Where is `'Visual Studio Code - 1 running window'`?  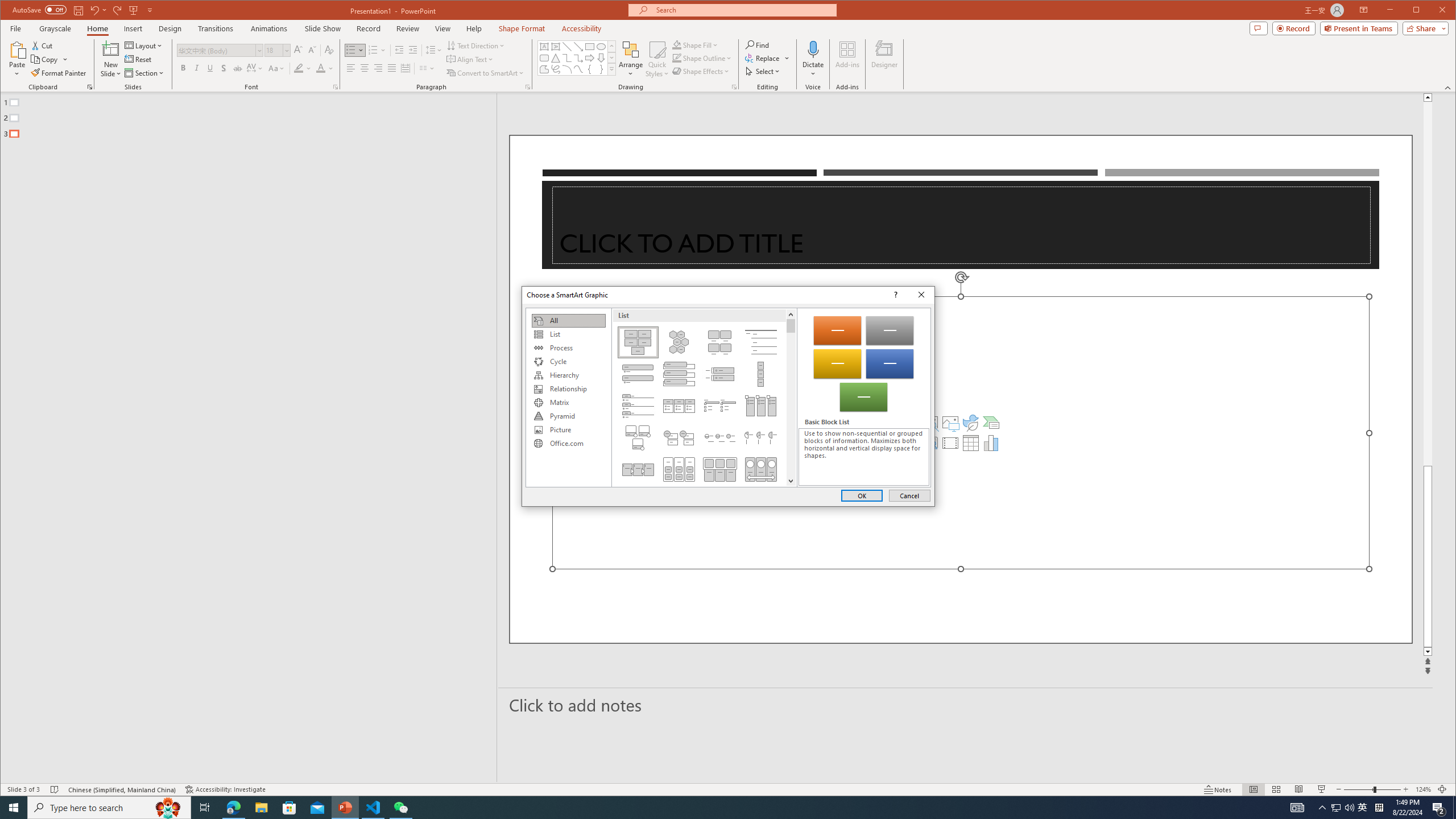 'Visual Studio Code - 1 running window' is located at coordinates (373, 806).